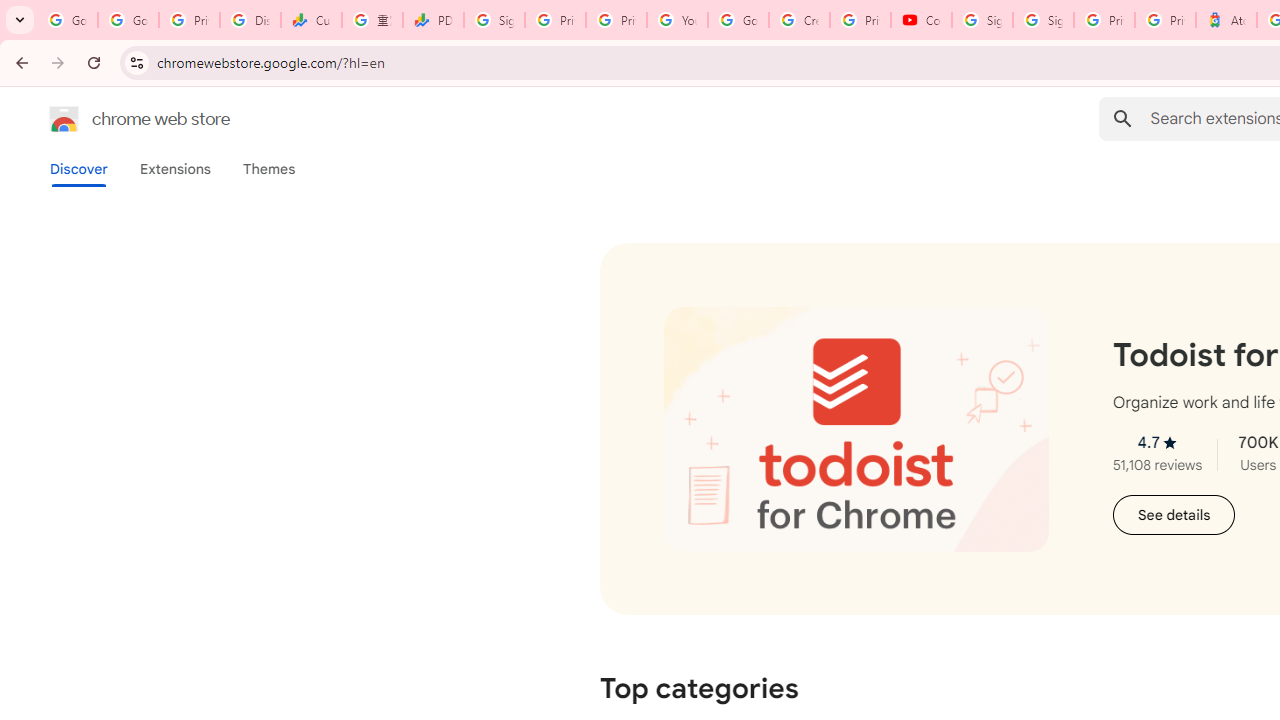 The width and height of the screenshot is (1280, 720). What do you see at coordinates (677, 20) in the screenshot?
I see `'YouTube'` at bounding box center [677, 20].